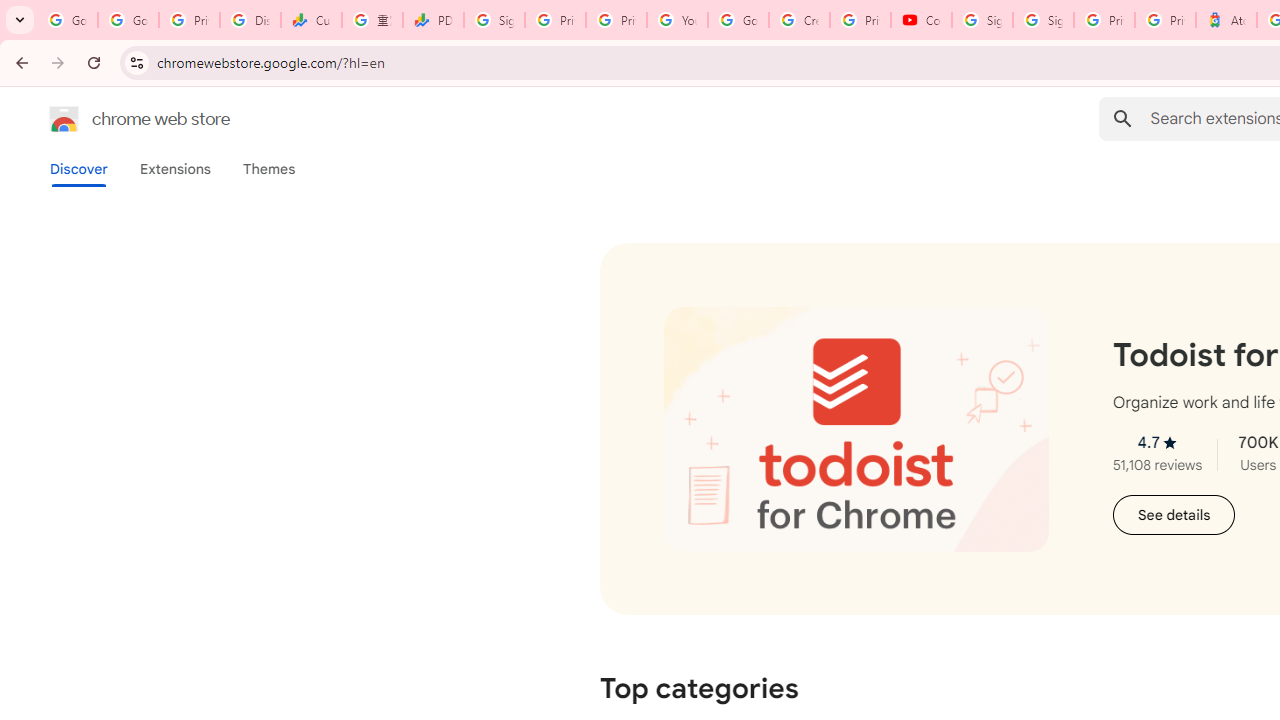 The width and height of the screenshot is (1280, 720). What do you see at coordinates (677, 20) in the screenshot?
I see `'YouTube'` at bounding box center [677, 20].